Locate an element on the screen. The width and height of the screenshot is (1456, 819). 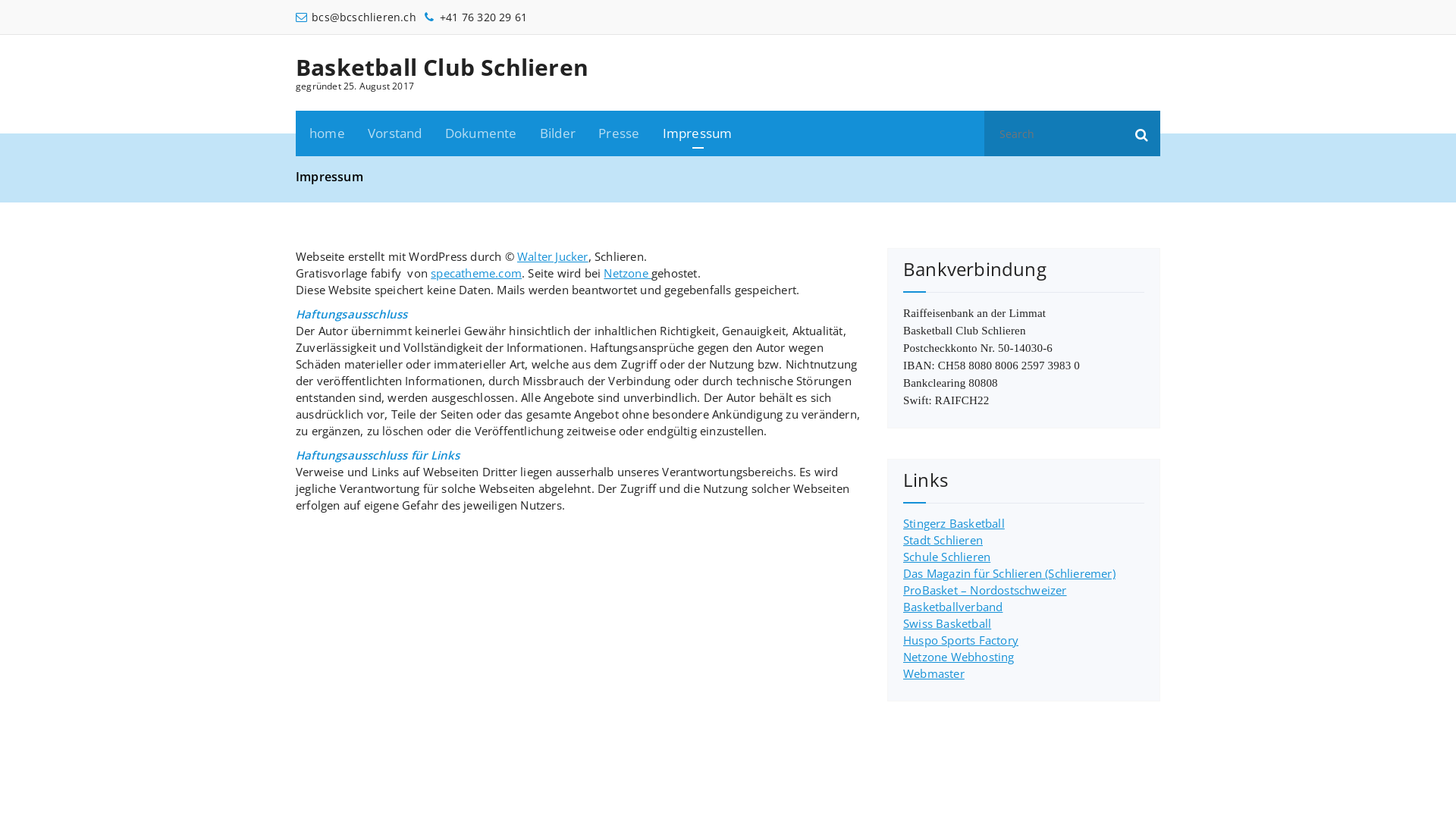
'specatheme.com' is located at coordinates (475, 271).